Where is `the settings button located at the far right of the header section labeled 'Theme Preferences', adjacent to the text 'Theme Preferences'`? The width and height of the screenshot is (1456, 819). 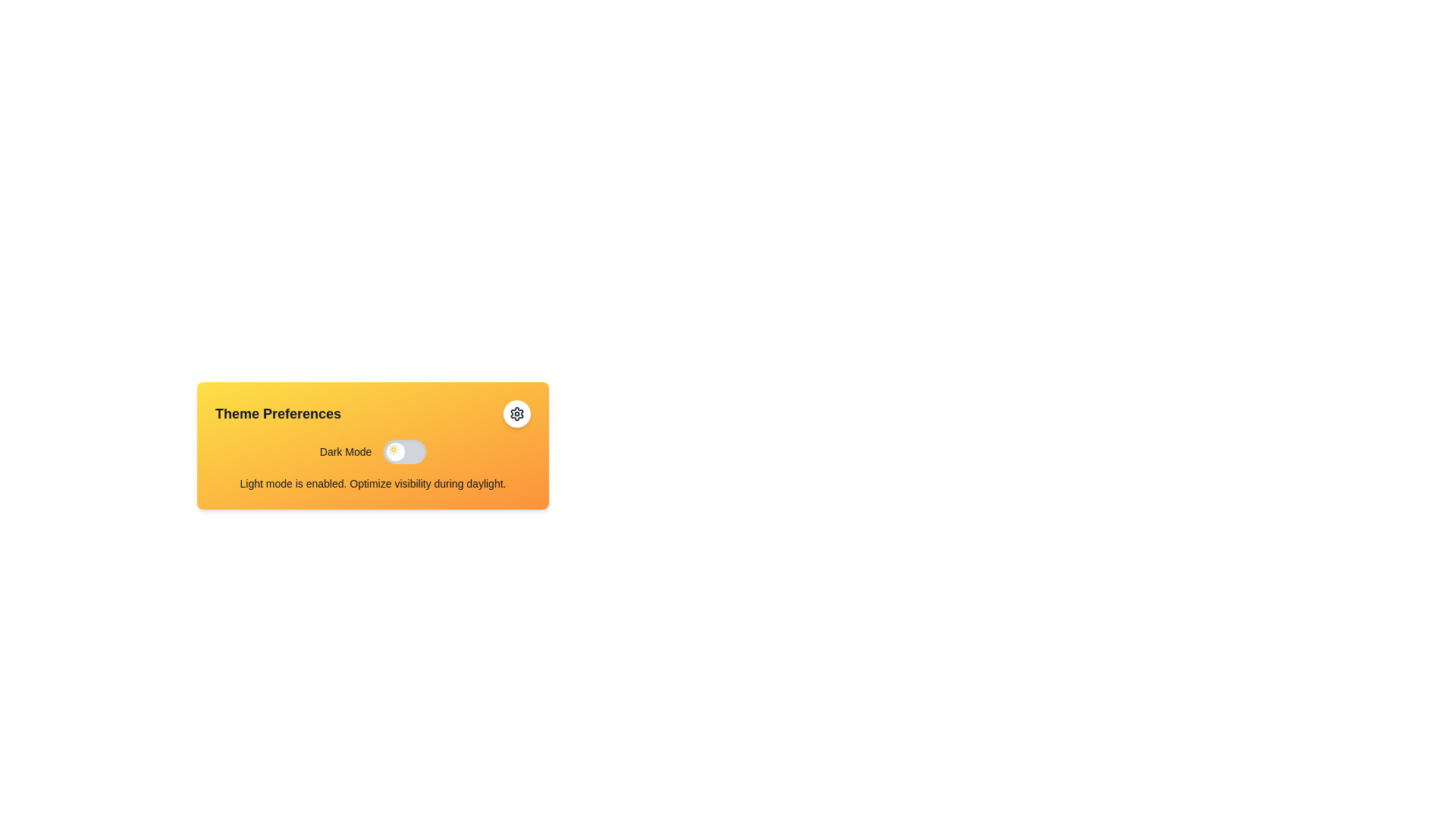 the settings button located at the far right of the header section labeled 'Theme Preferences', adjacent to the text 'Theme Preferences' is located at coordinates (516, 414).